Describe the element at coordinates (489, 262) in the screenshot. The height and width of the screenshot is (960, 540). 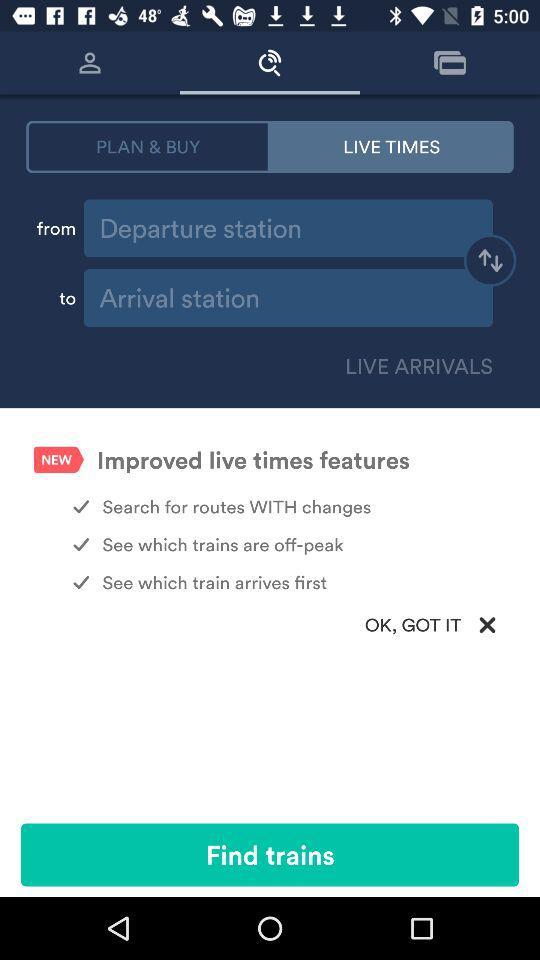
I see `switch destination` at that location.